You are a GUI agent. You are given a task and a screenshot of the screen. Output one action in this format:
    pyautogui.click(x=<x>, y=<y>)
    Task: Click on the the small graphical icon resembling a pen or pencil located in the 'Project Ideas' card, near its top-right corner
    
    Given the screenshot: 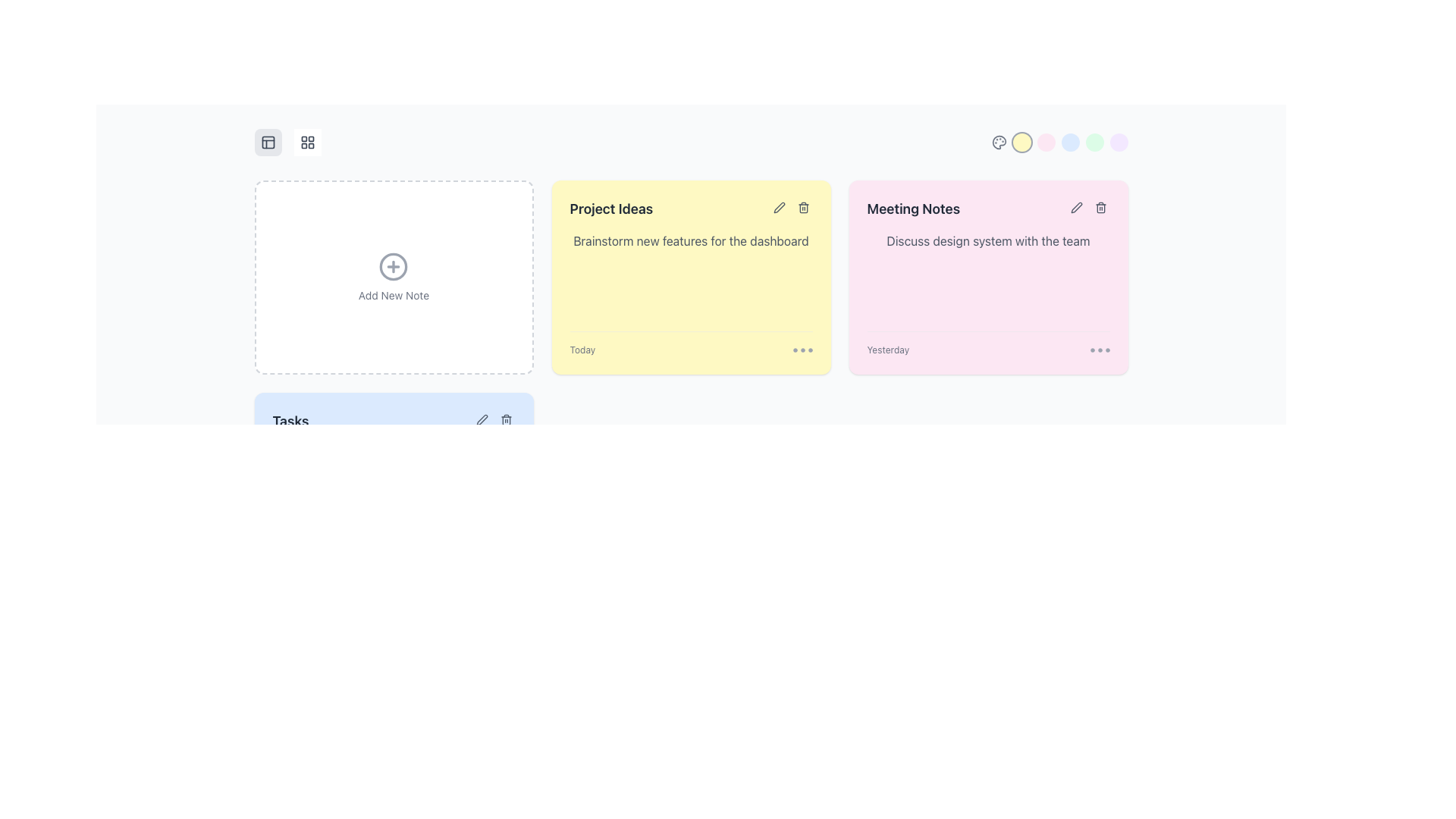 What is the action you would take?
    pyautogui.click(x=779, y=207)
    